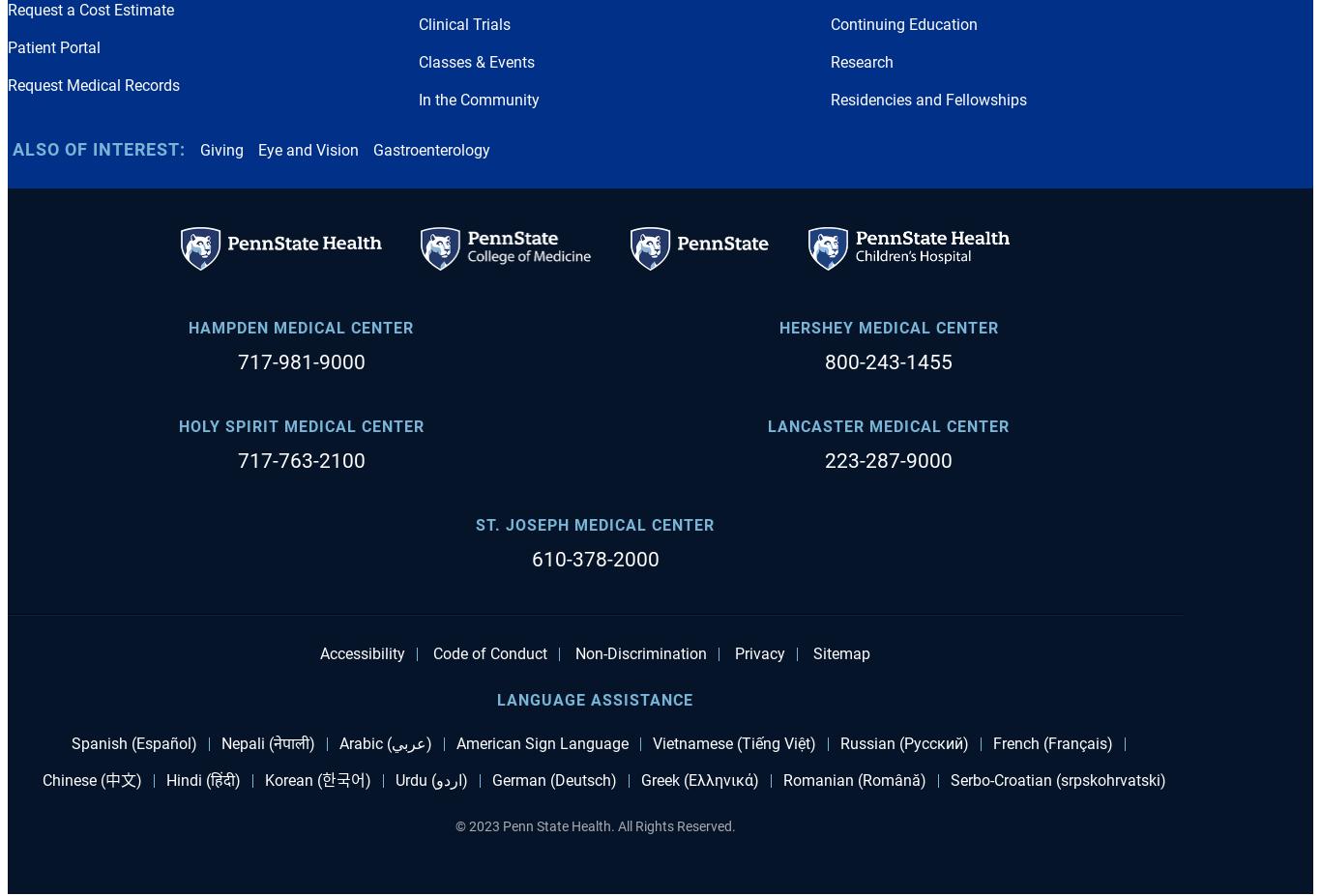 This screenshot has height=896, width=1321. I want to click on 'Vietnamese (Tiếng Việt)', so click(733, 741).